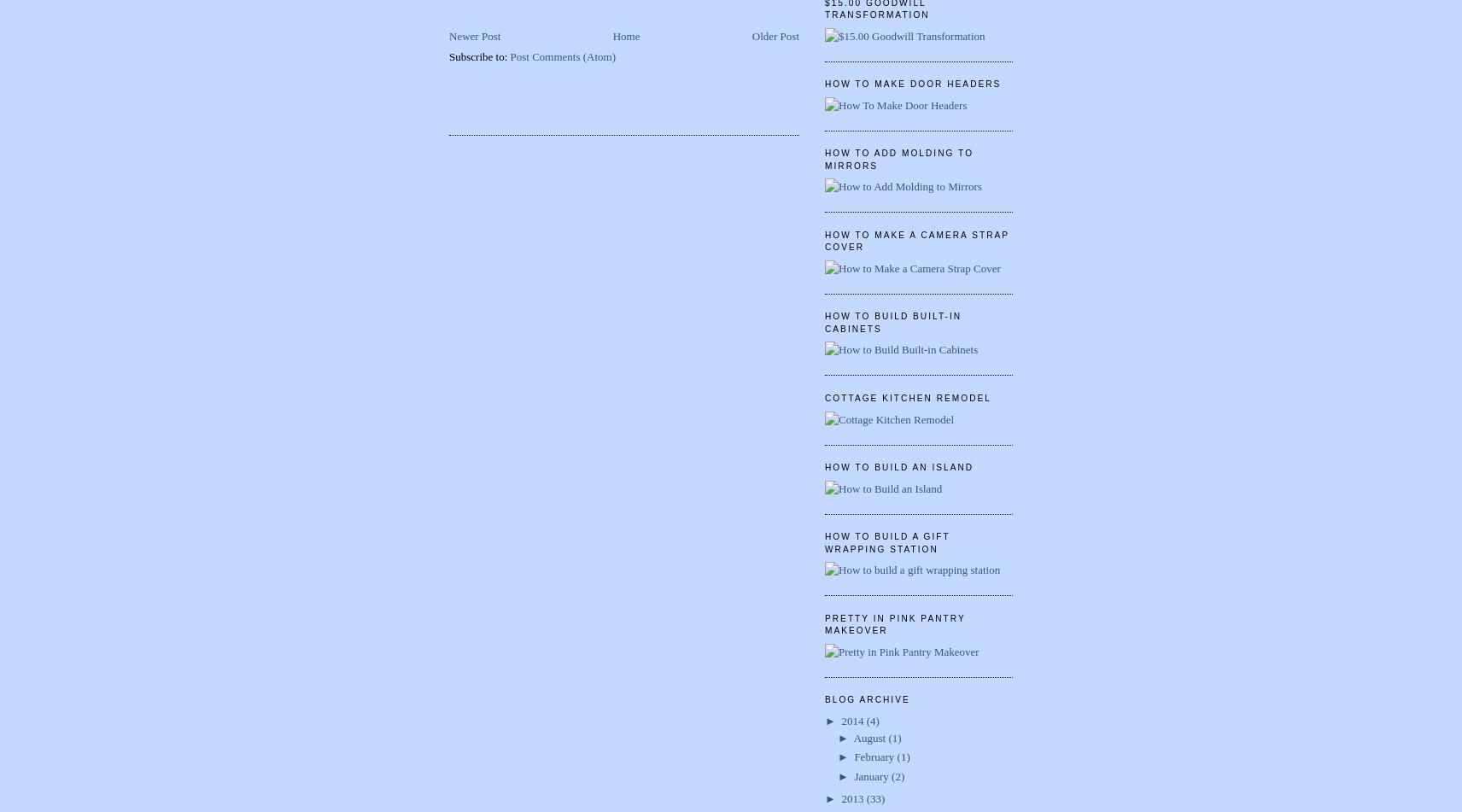  Describe the element at coordinates (892, 322) in the screenshot. I see `'How to Build Built-in Cabinets'` at that location.